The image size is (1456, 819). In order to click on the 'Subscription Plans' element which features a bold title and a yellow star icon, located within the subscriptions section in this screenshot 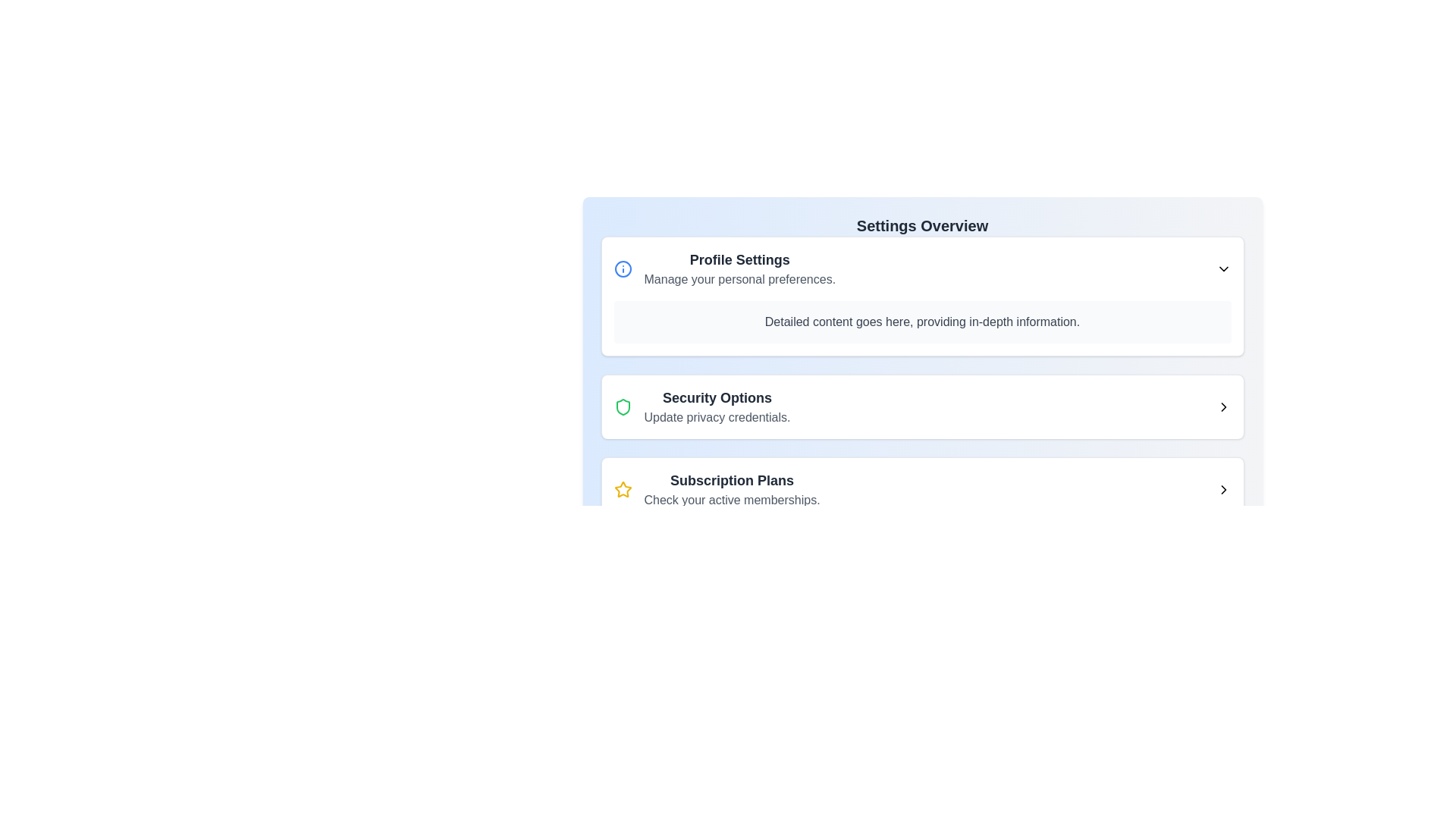, I will do `click(716, 489)`.